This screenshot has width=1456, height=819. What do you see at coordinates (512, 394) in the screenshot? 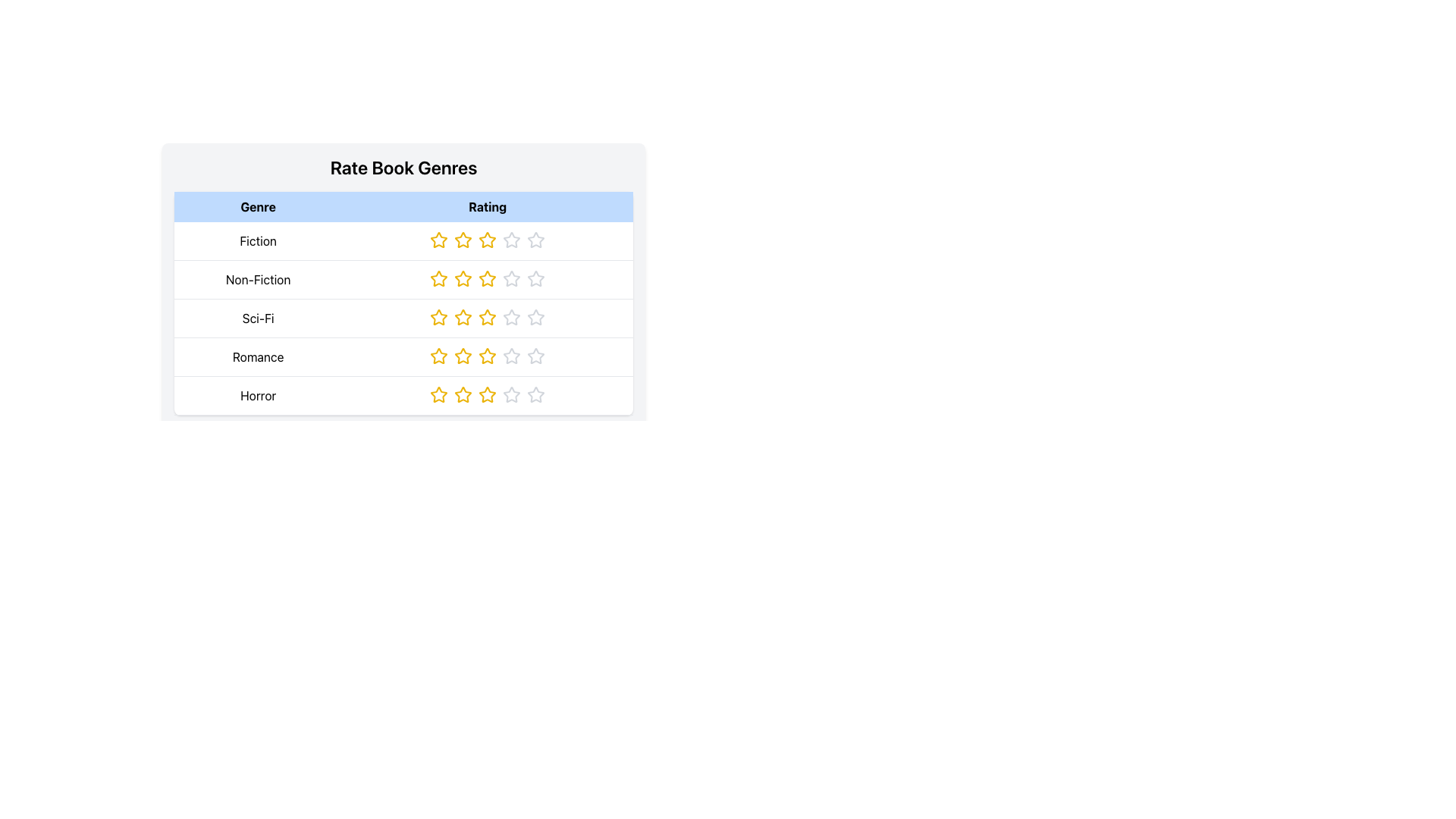
I see `the fourth star rating icon in the 'Rating' column of the last row labeled 'Horror' to provide a rating` at bounding box center [512, 394].